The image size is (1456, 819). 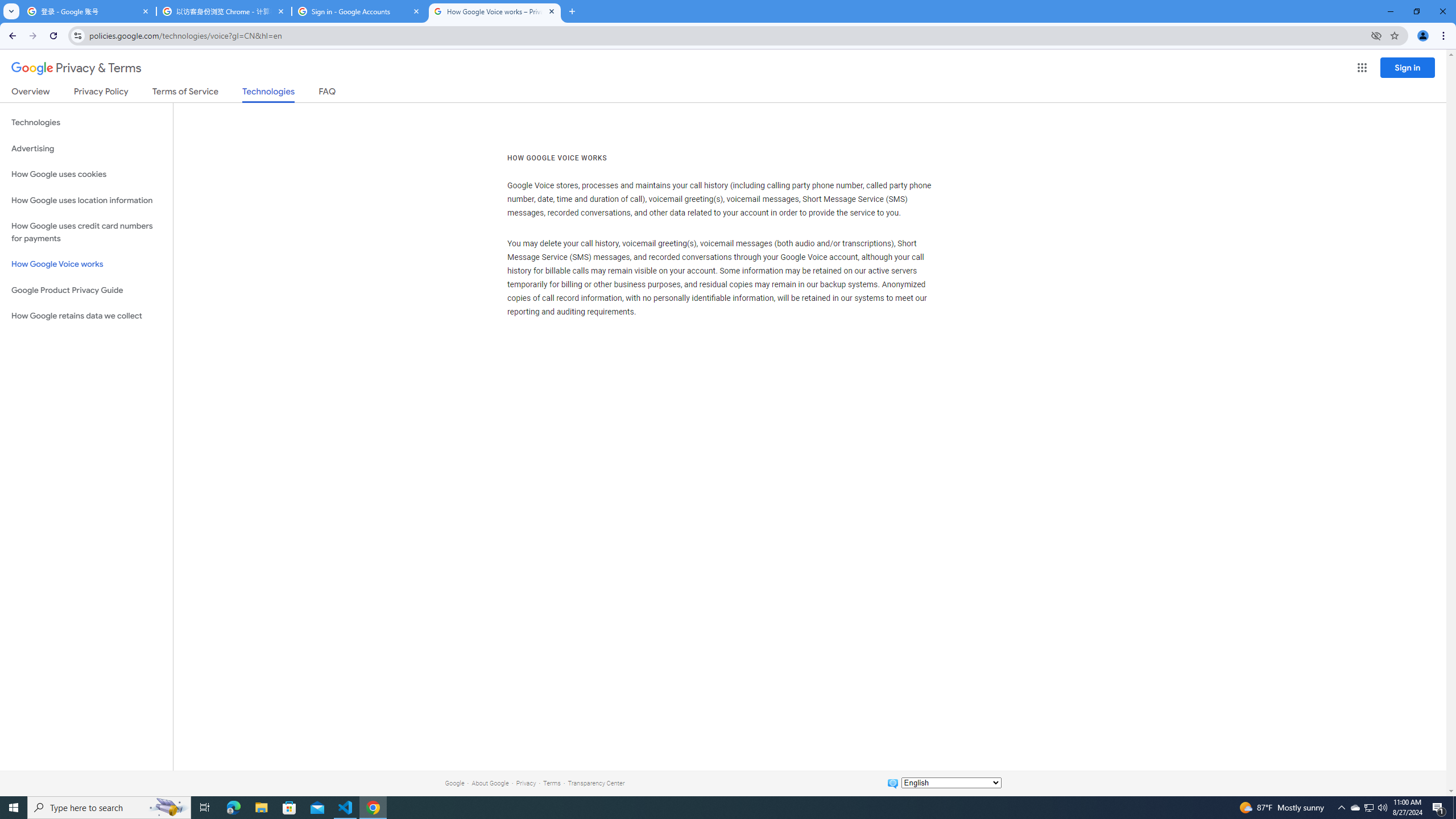 What do you see at coordinates (86, 174) in the screenshot?
I see `'How Google uses cookies'` at bounding box center [86, 174].